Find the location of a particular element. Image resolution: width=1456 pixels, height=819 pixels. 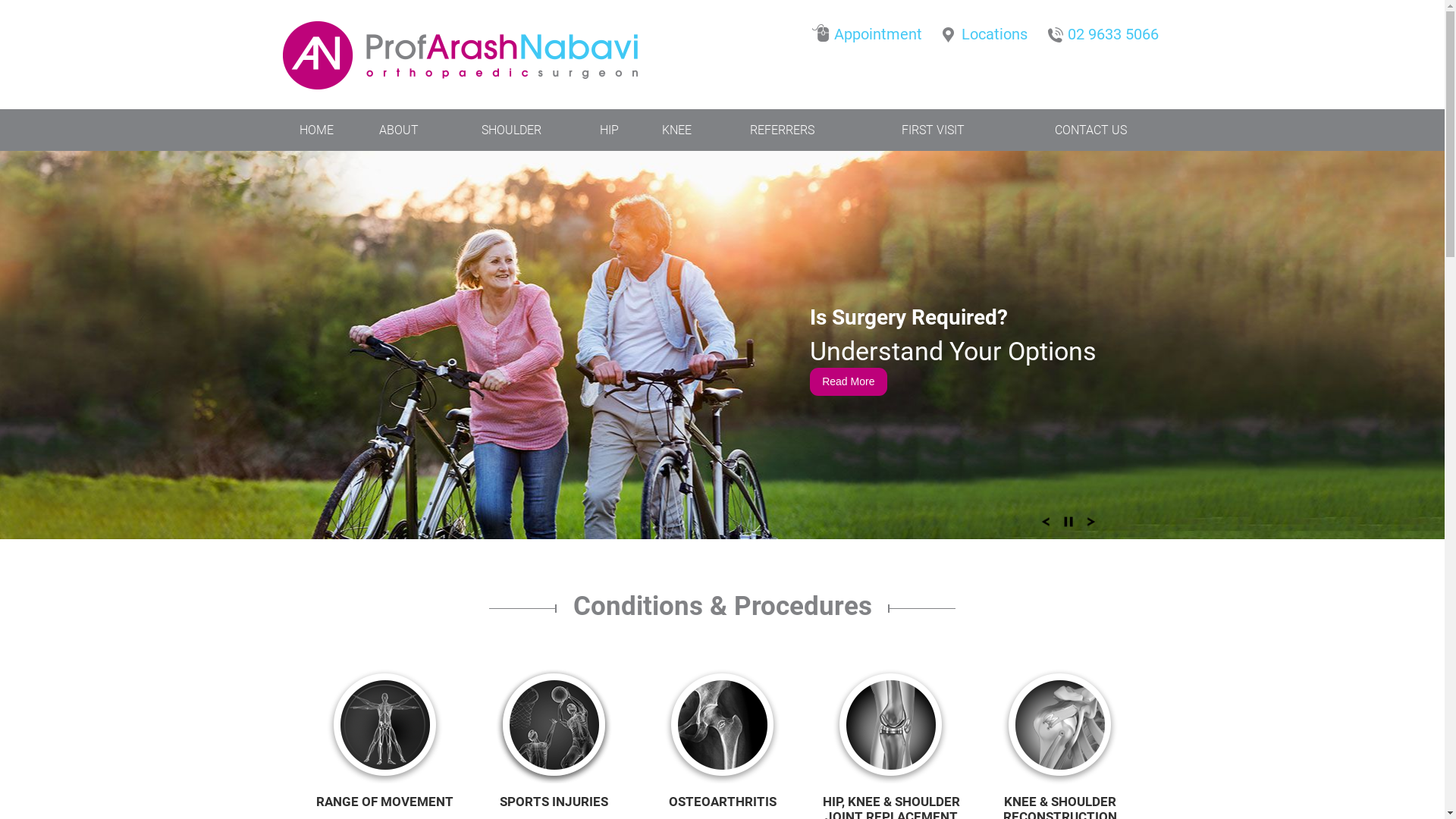

'FIRST VISIT' is located at coordinates (931, 129).